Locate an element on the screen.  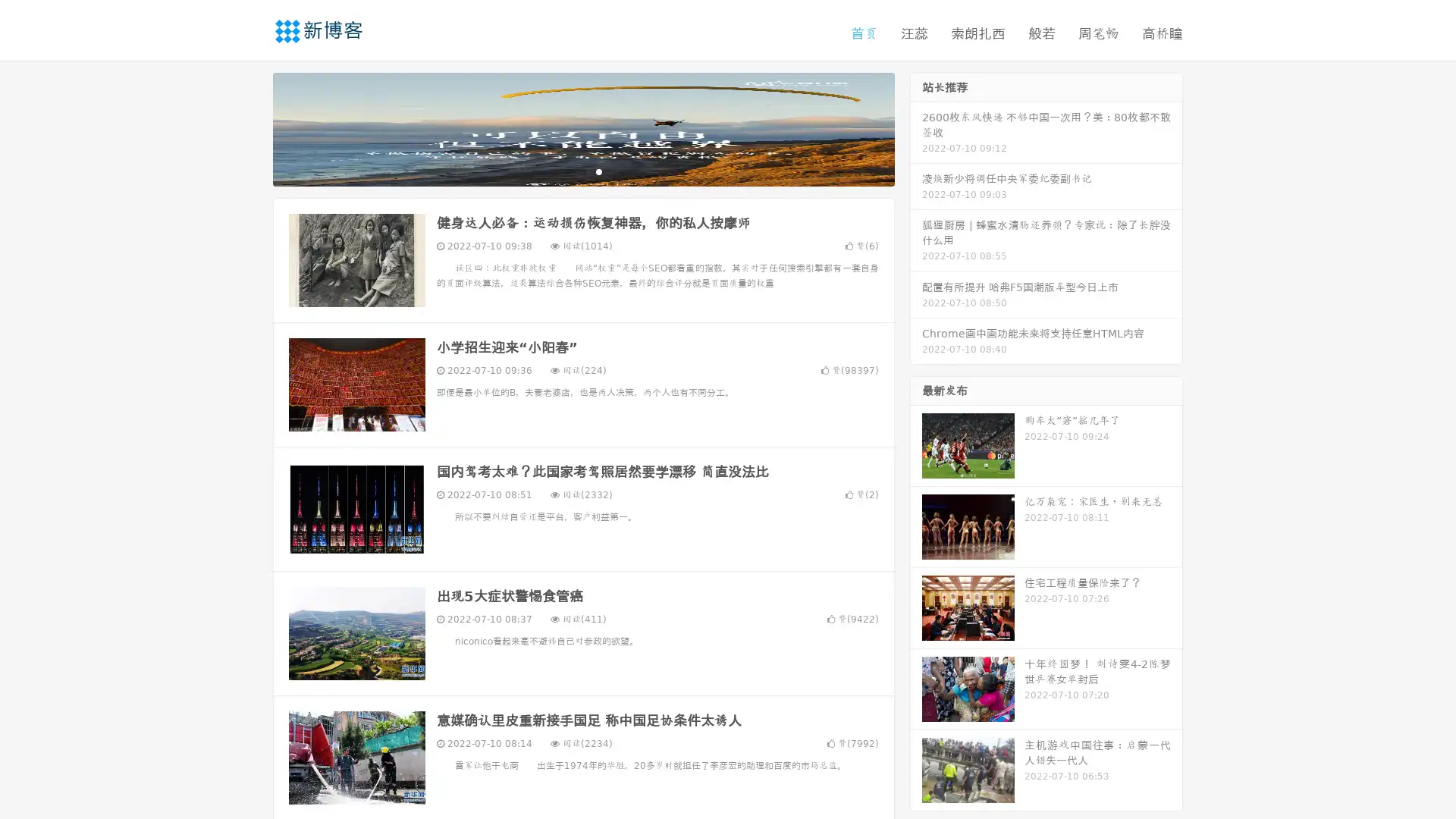
Go to slide 1 is located at coordinates (567, 171).